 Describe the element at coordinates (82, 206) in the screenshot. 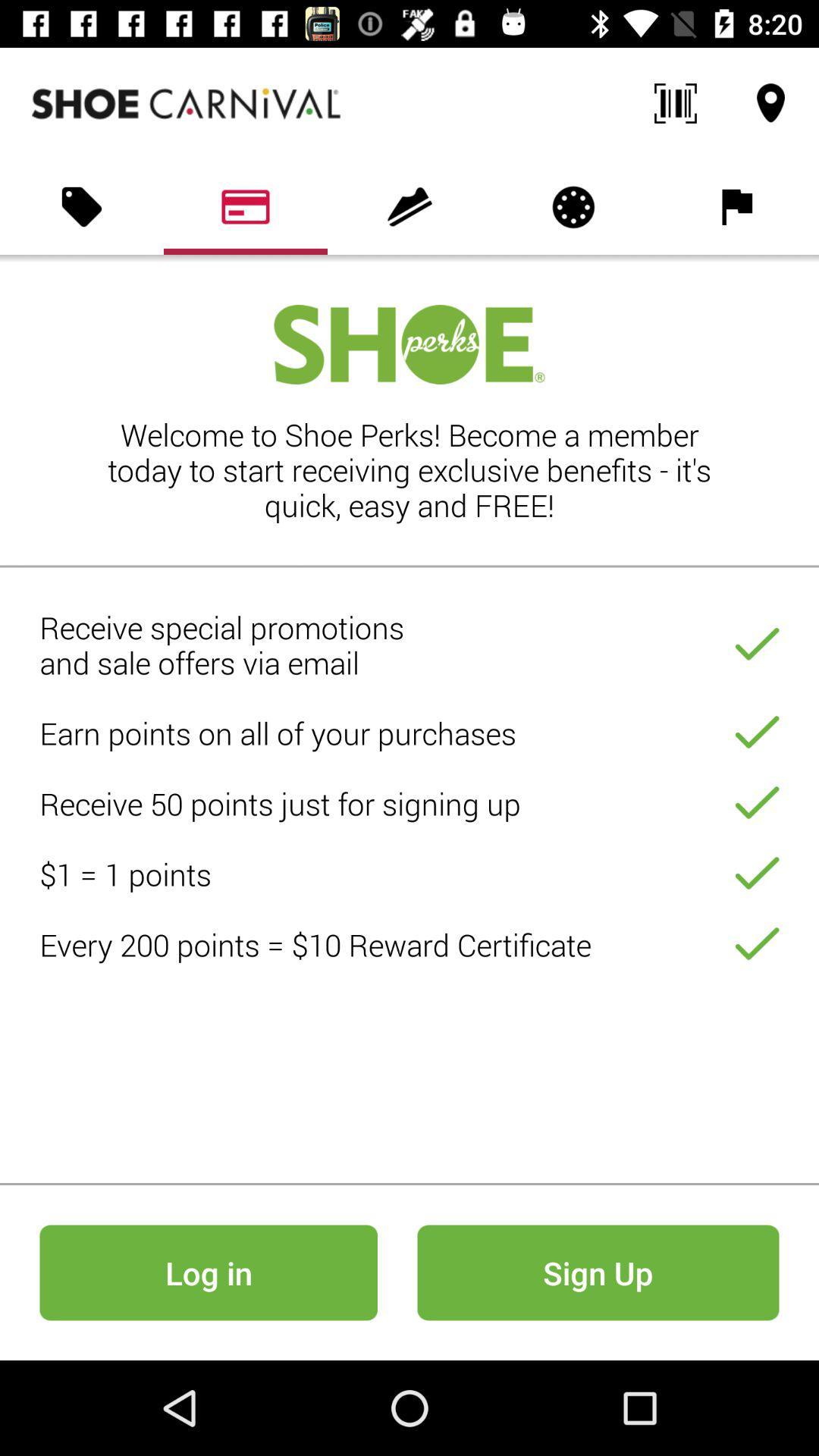

I see `tag icon` at that location.